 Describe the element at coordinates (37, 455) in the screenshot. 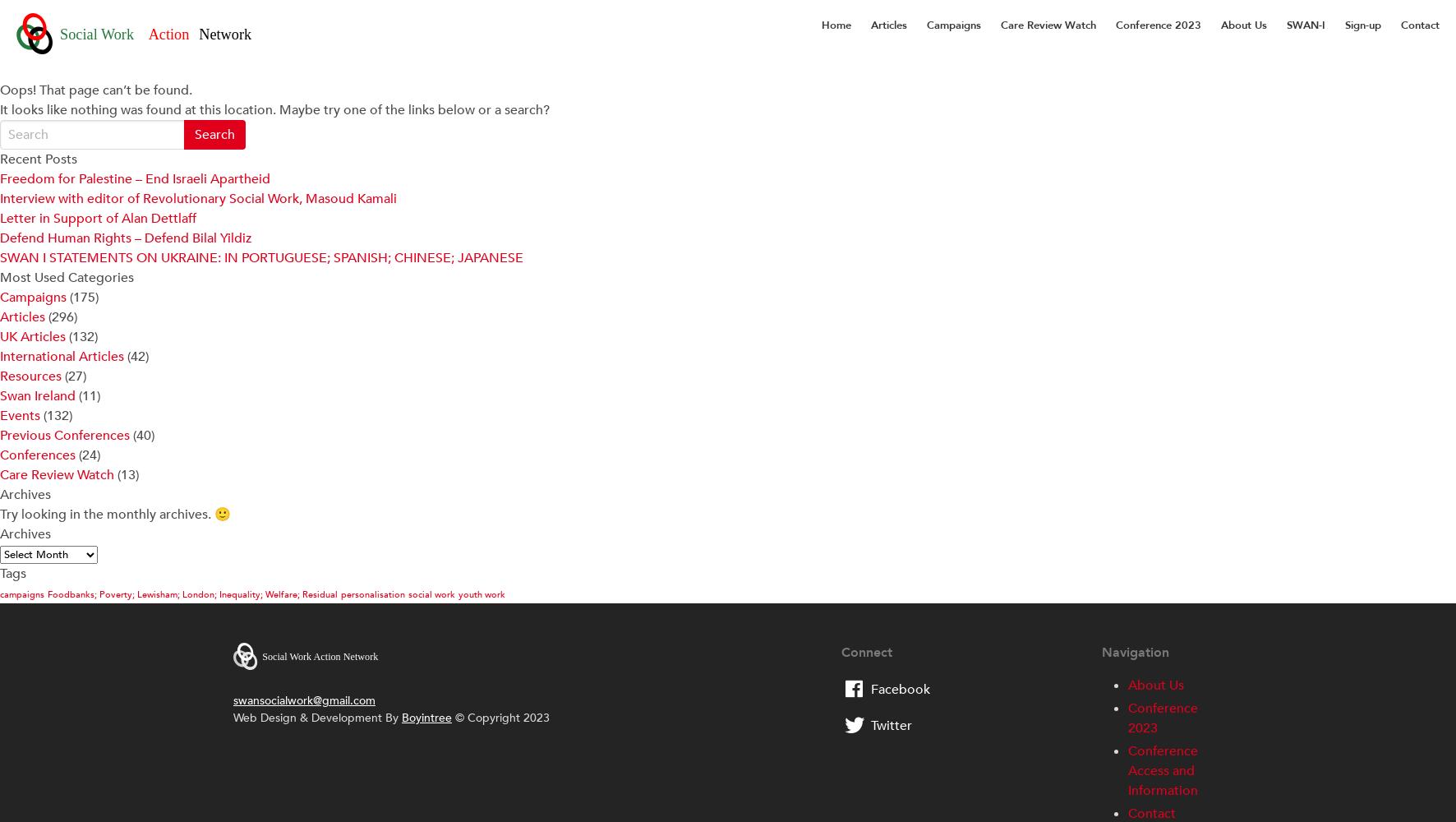

I see `'Conferences'` at that location.